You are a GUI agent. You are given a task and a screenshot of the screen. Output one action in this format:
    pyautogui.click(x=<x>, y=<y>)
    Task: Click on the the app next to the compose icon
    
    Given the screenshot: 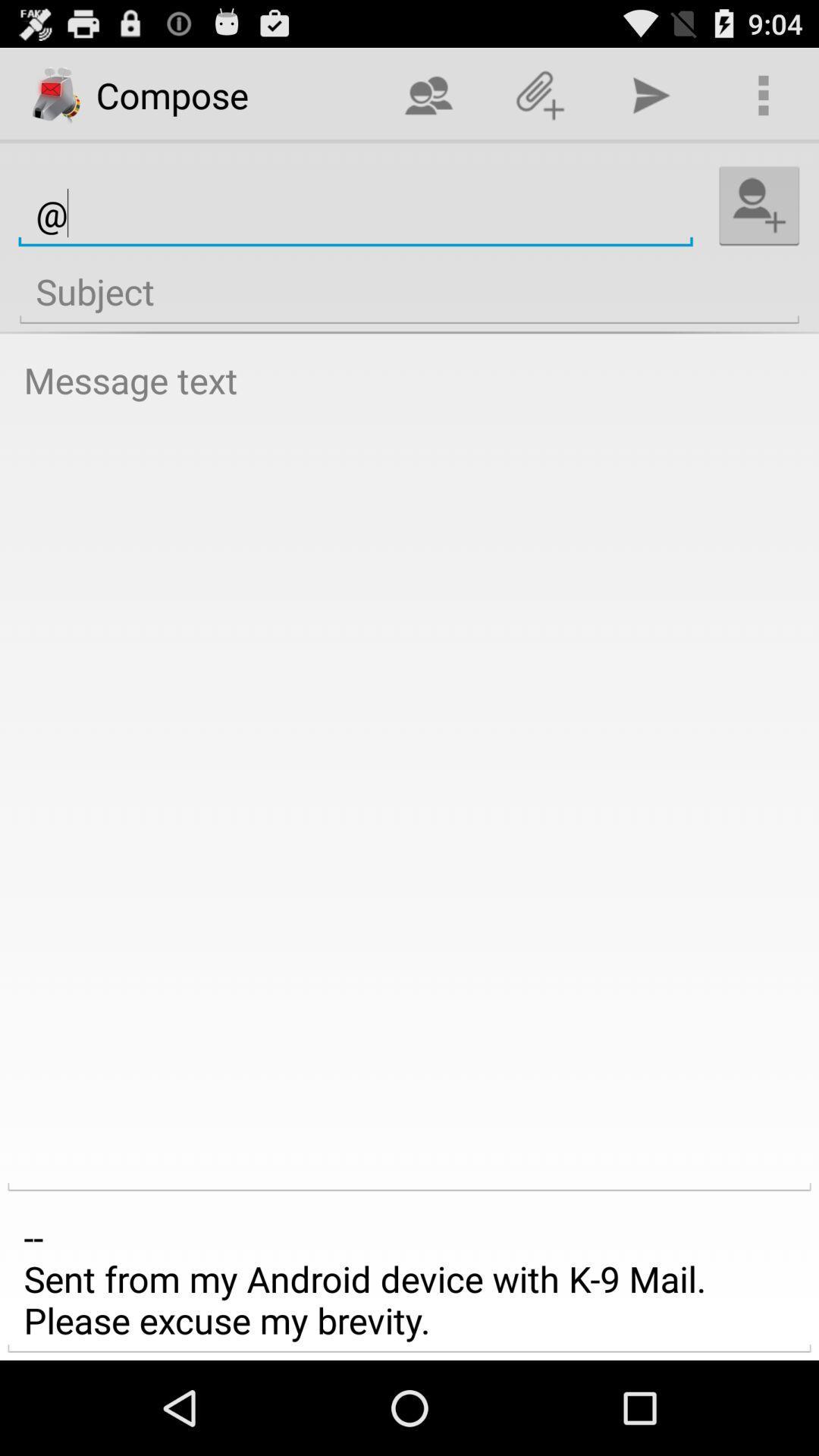 What is the action you would take?
    pyautogui.click(x=428, y=94)
    